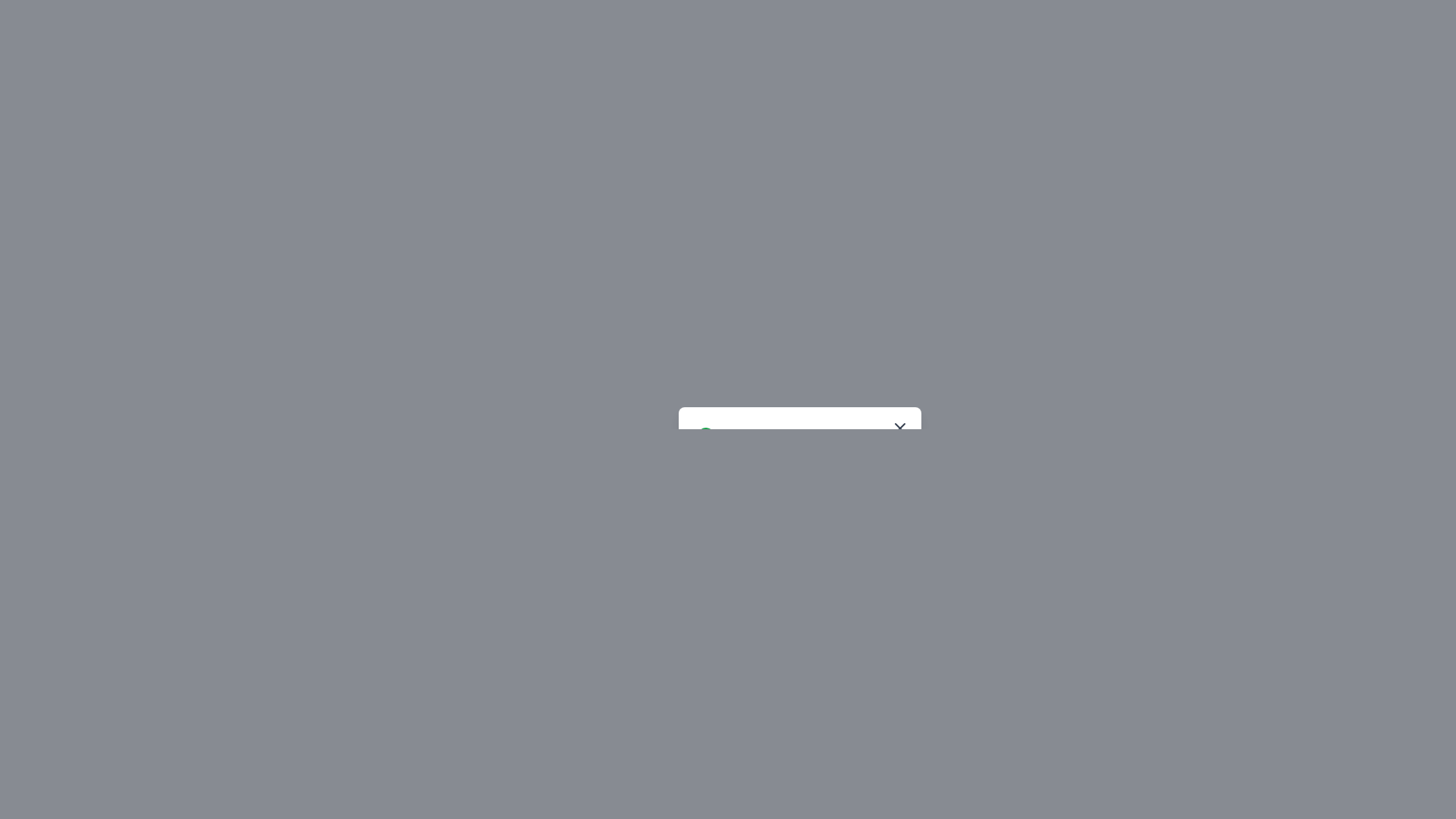 The width and height of the screenshot is (1456, 819). What do you see at coordinates (899, 428) in the screenshot?
I see `the 'X' icon, which is characterized by its diagonal cross-like shape with a thin stroke, to potentially display a tooltip or highlight effect` at bounding box center [899, 428].